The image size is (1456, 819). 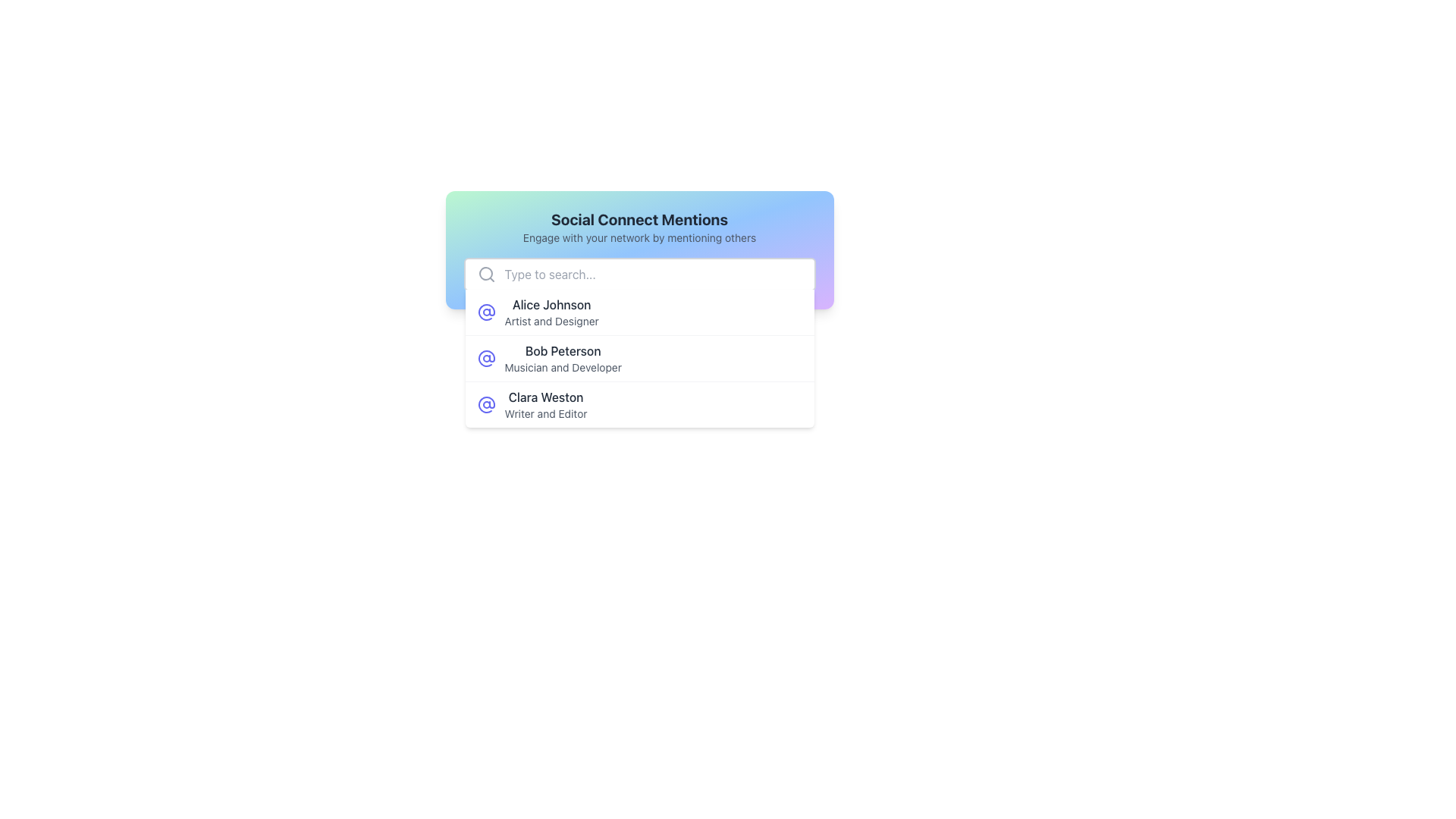 What do you see at coordinates (485, 274) in the screenshot?
I see `the circular part of the magnifying glass icon located in the upper-left corner of the input field, which represents the search function` at bounding box center [485, 274].